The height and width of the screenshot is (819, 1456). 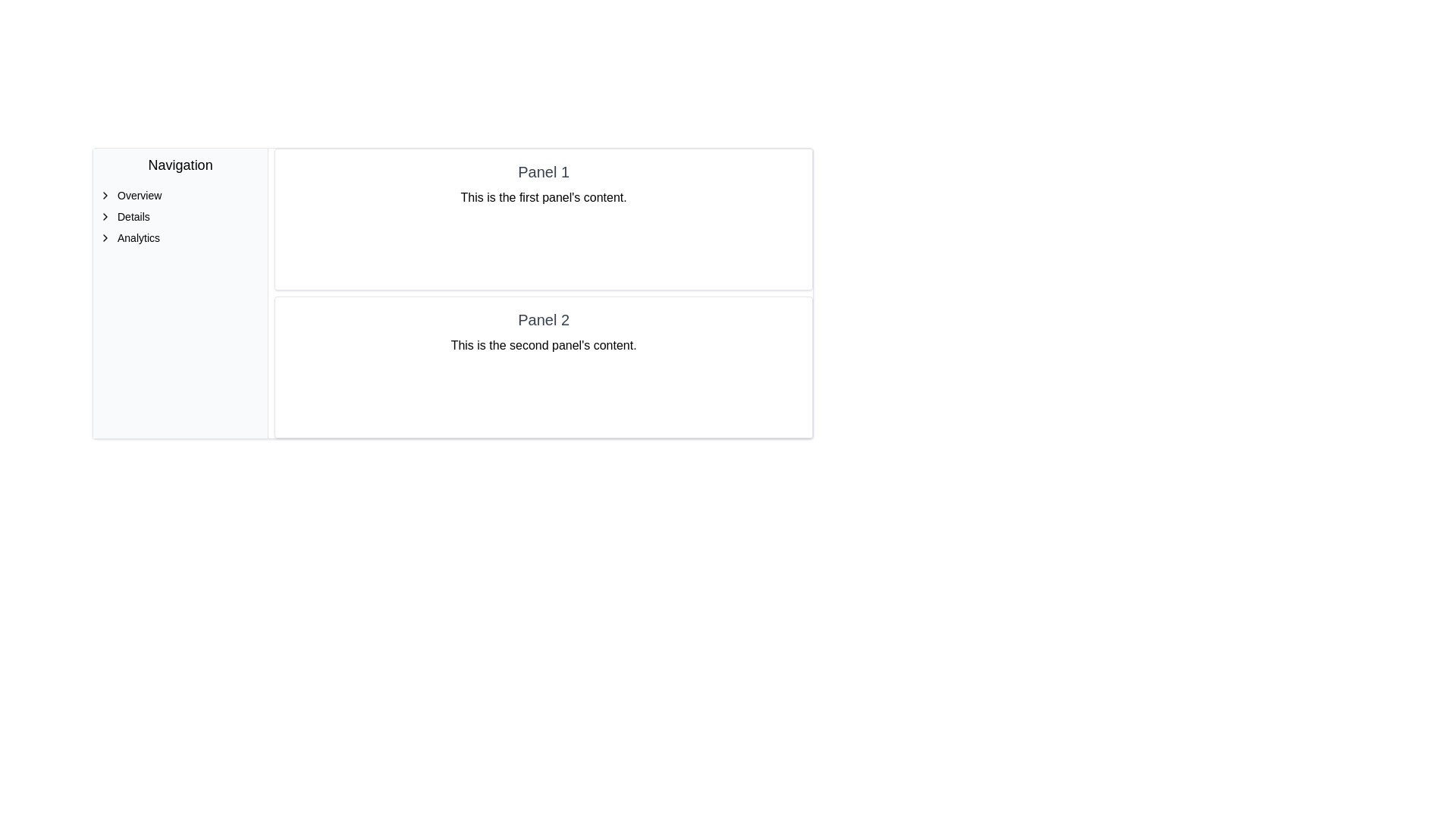 I want to click on the rightward chevron icon located next to the 'Overview' text in the vertical navigation menu, so click(x=105, y=195).